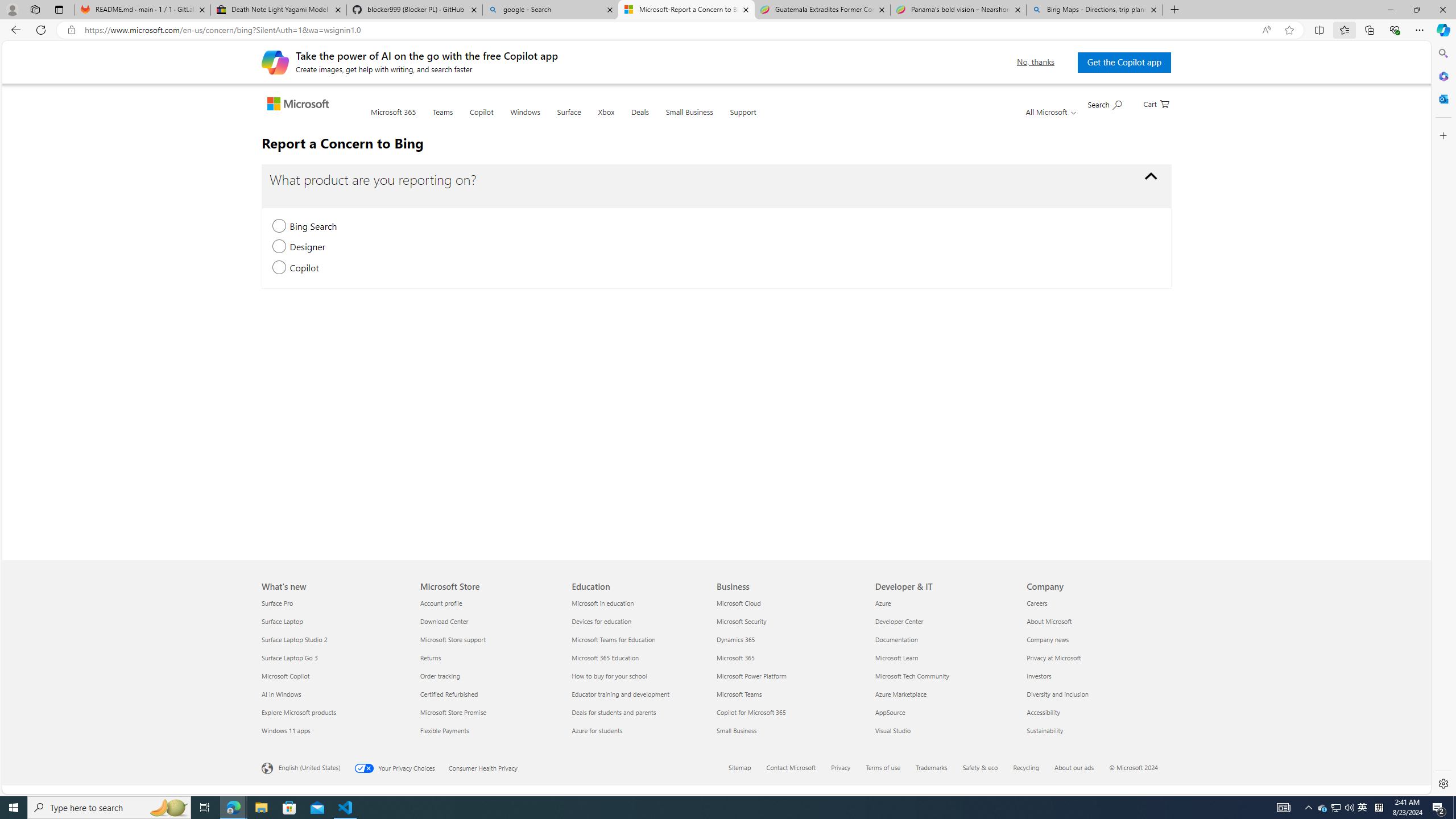 The width and height of the screenshot is (1456, 819). I want to click on 'About Microsoft Company', so click(1048, 621).